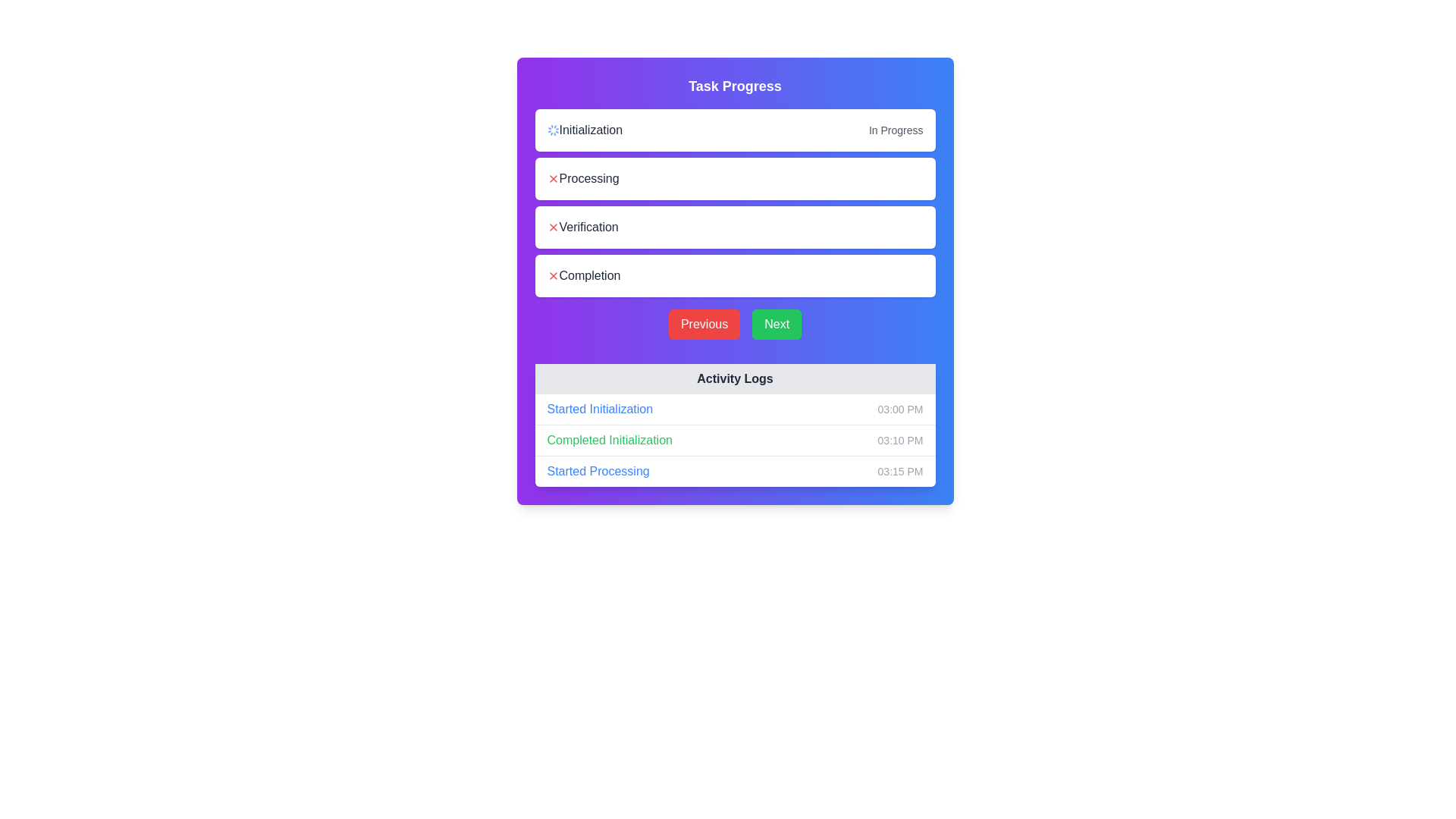 The height and width of the screenshot is (819, 1456). What do you see at coordinates (900, 470) in the screenshot?
I see `the text display element showing '03:15 PM' in the third row of the 'Activity Logs' section` at bounding box center [900, 470].